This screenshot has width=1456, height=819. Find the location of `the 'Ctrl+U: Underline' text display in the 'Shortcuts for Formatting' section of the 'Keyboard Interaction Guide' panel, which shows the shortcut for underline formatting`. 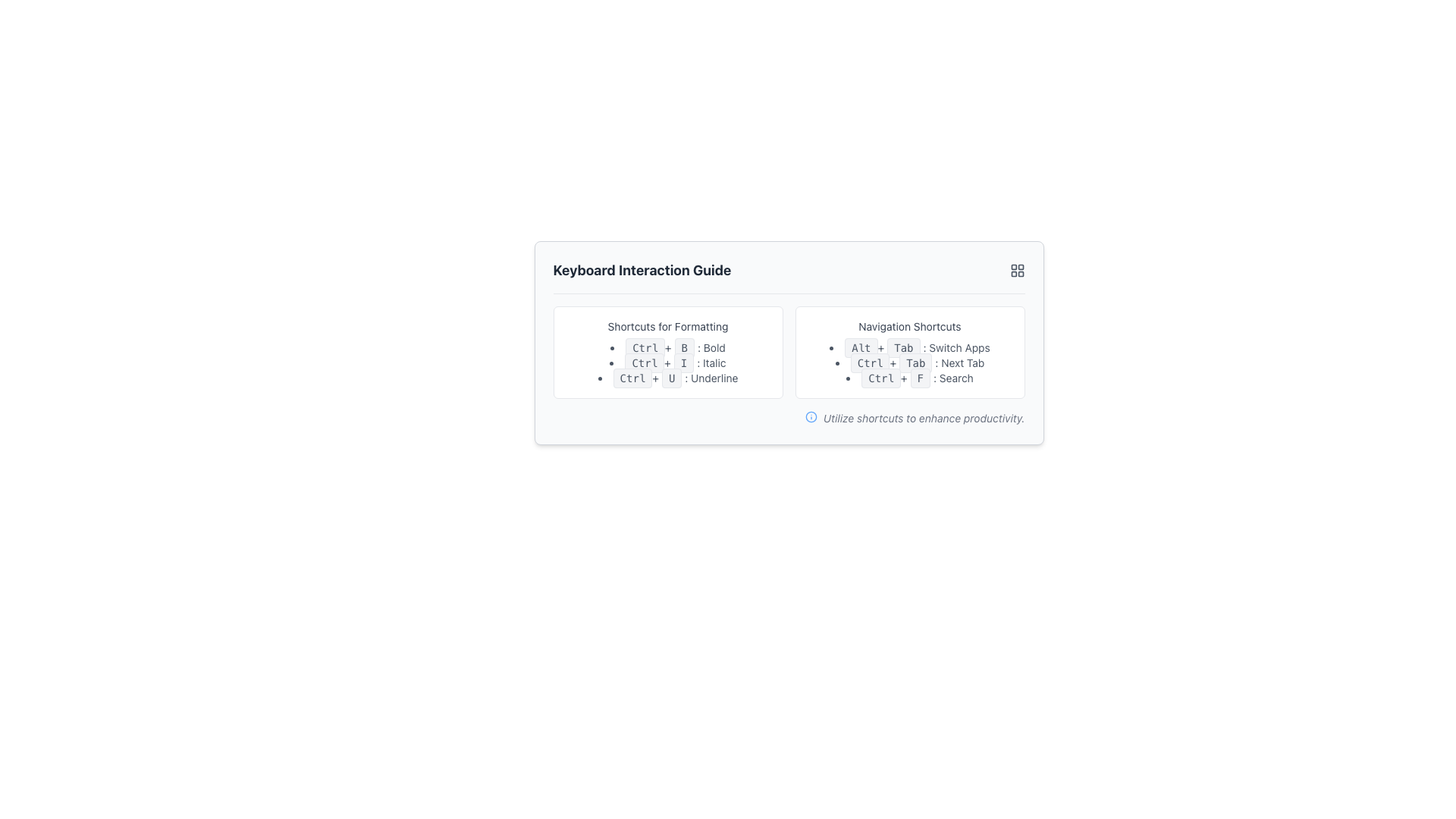

the 'Ctrl+U: Underline' text display in the 'Shortcuts for Formatting' section of the 'Keyboard Interaction Guide' panel, which shows the shortcut for underline formatting is located at coordinates (667, 377).